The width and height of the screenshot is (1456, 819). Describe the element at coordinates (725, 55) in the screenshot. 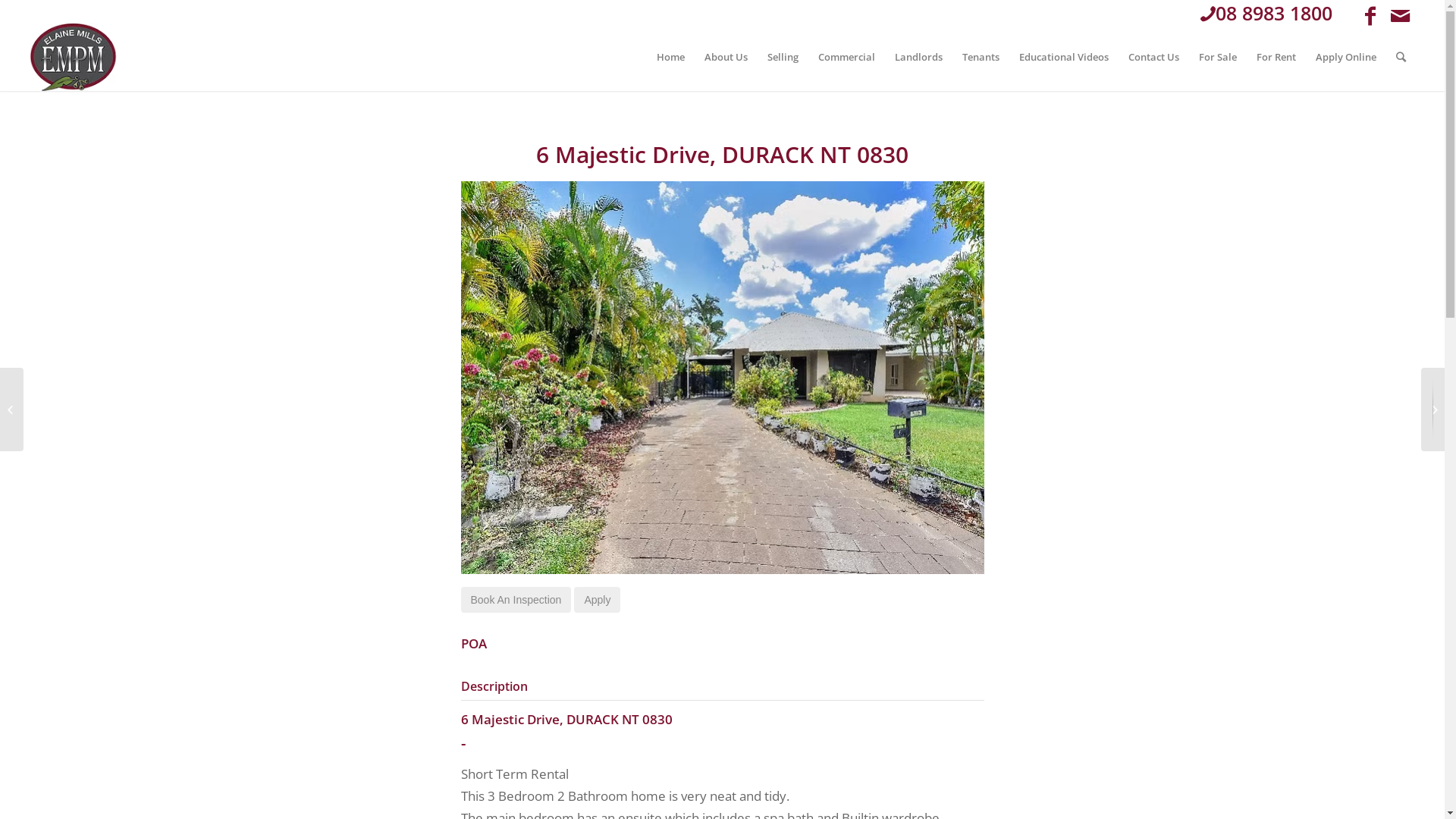

I see `'About Us'` at that location.